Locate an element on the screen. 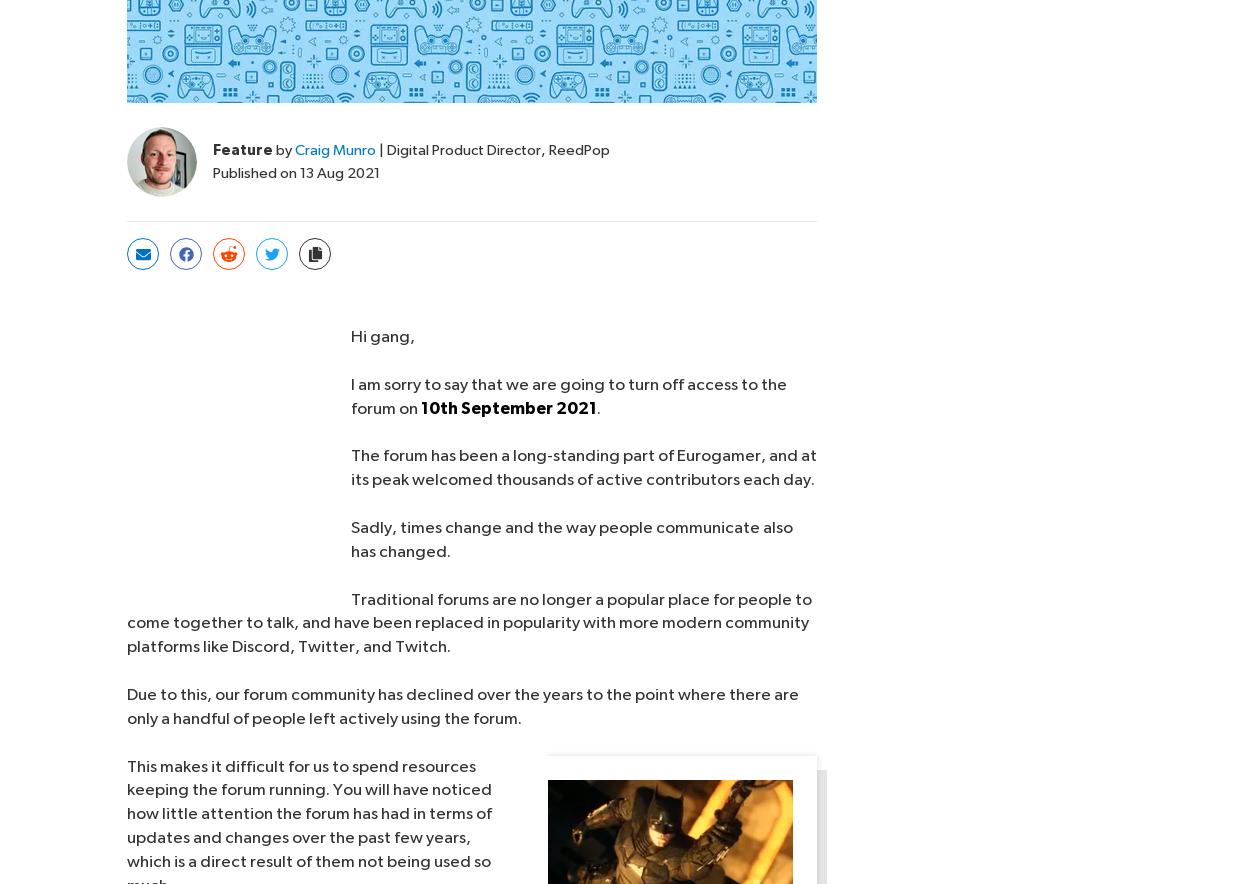  'Authors' is located at coordinates (575, 727).